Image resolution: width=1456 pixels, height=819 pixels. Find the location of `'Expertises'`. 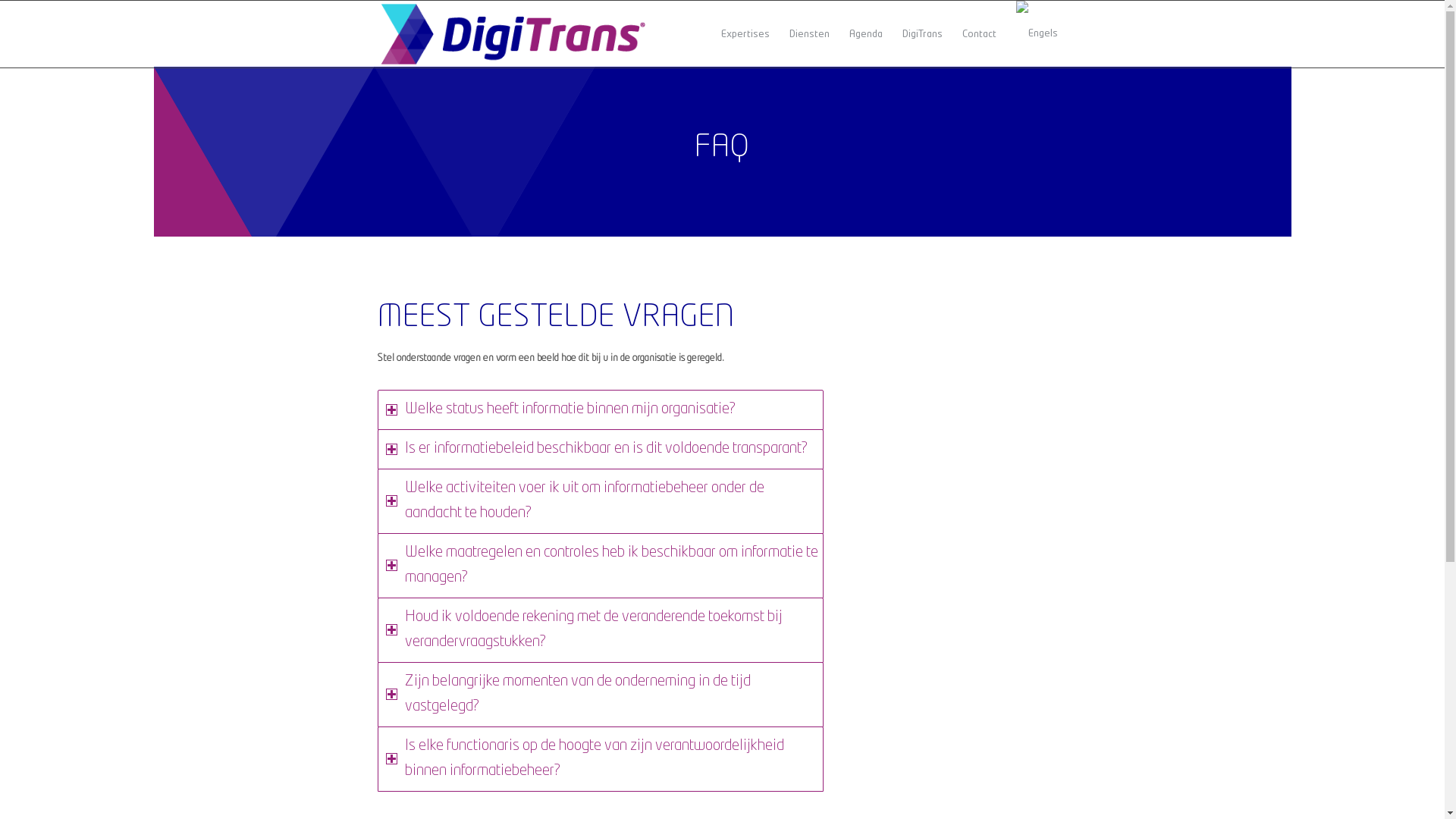

'Expertises' is located at coordinates (710, 34).